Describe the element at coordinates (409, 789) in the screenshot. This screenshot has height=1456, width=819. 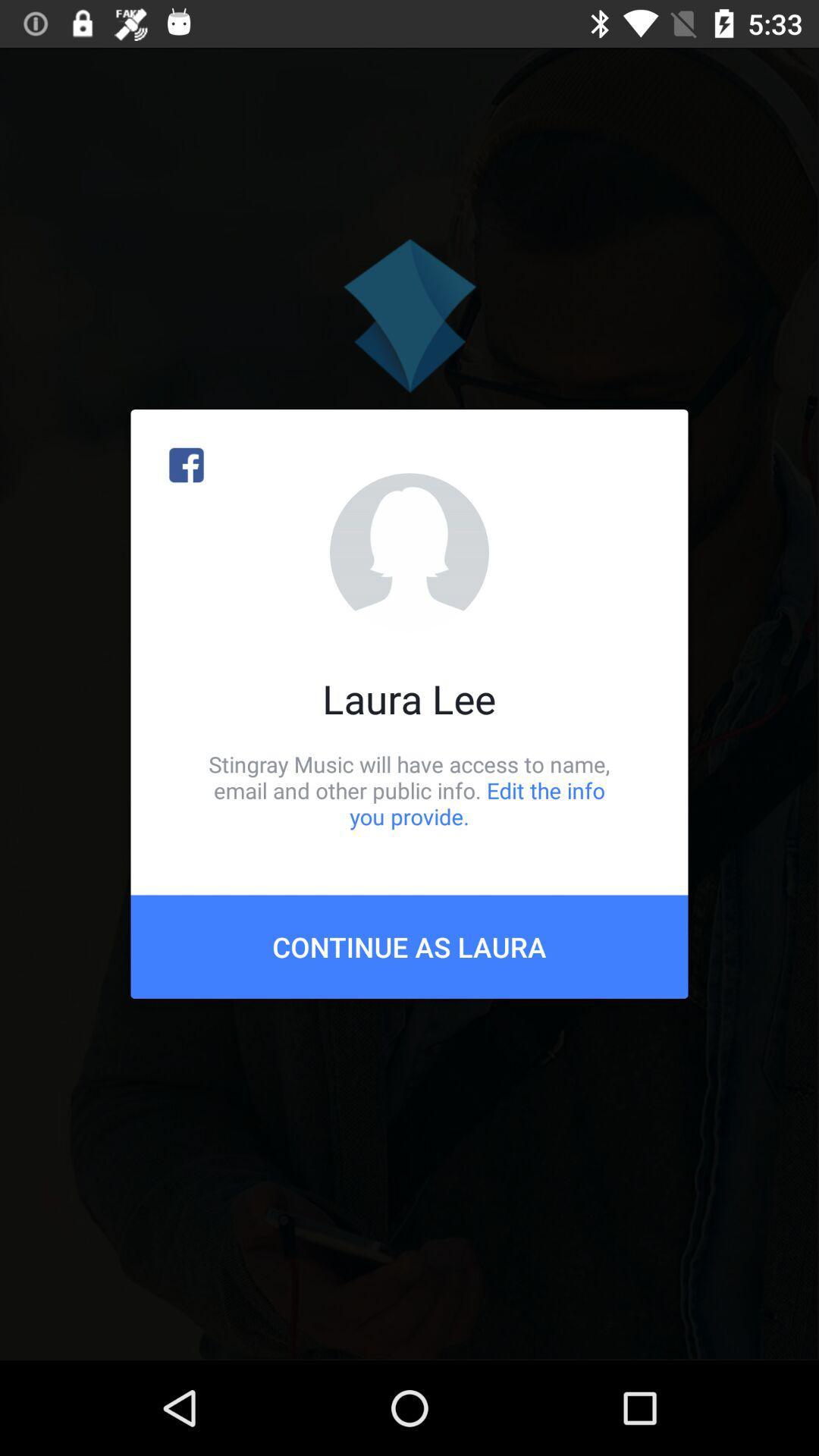
I see `icon below laura lee item` at that location.